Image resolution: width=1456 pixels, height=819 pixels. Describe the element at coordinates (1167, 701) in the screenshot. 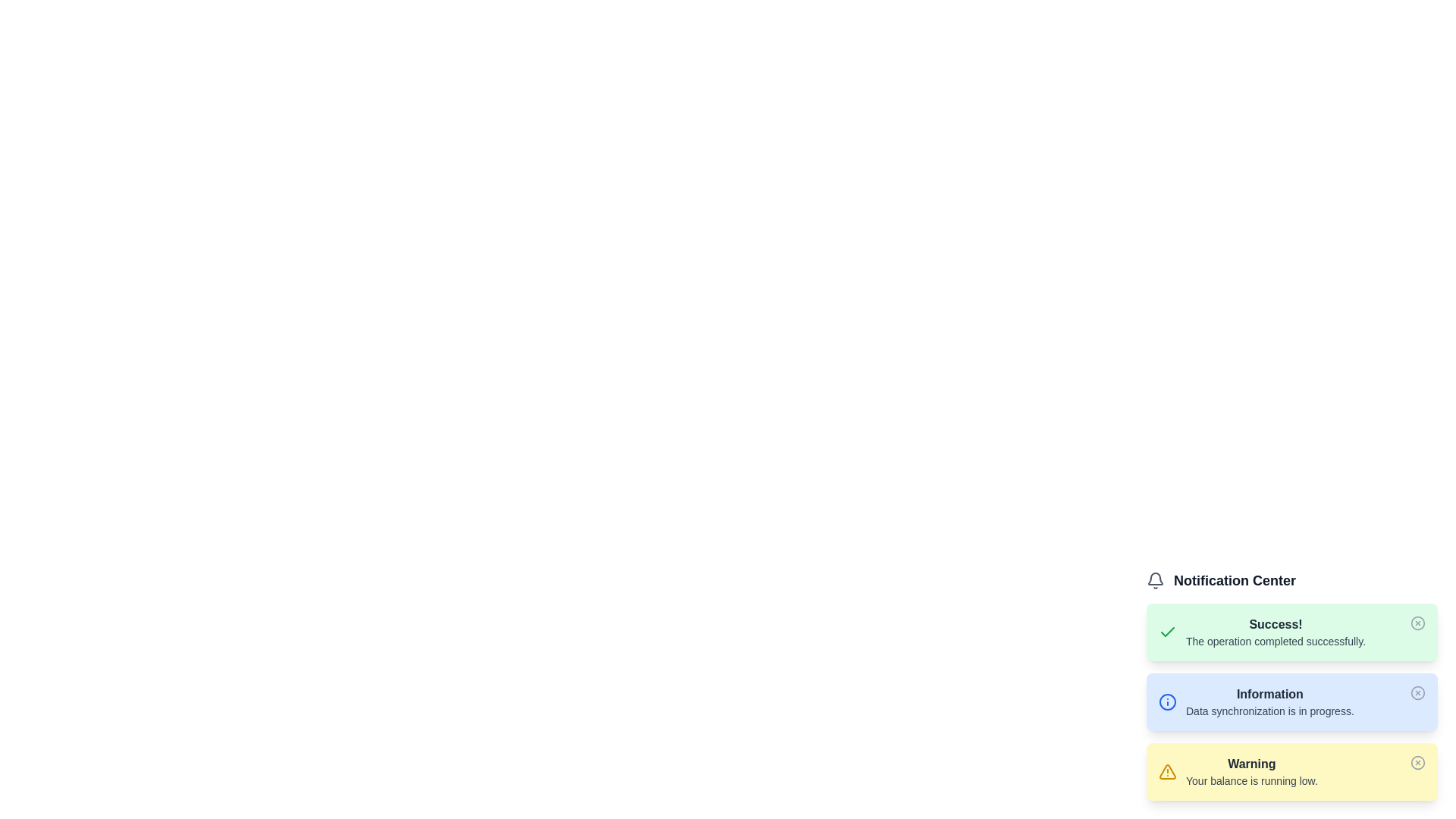

I see `the informational icon located to the left of the text 'Information Data synchronization is in progress.' in the second item of the notification list within the 'Notification Center'` at that location.